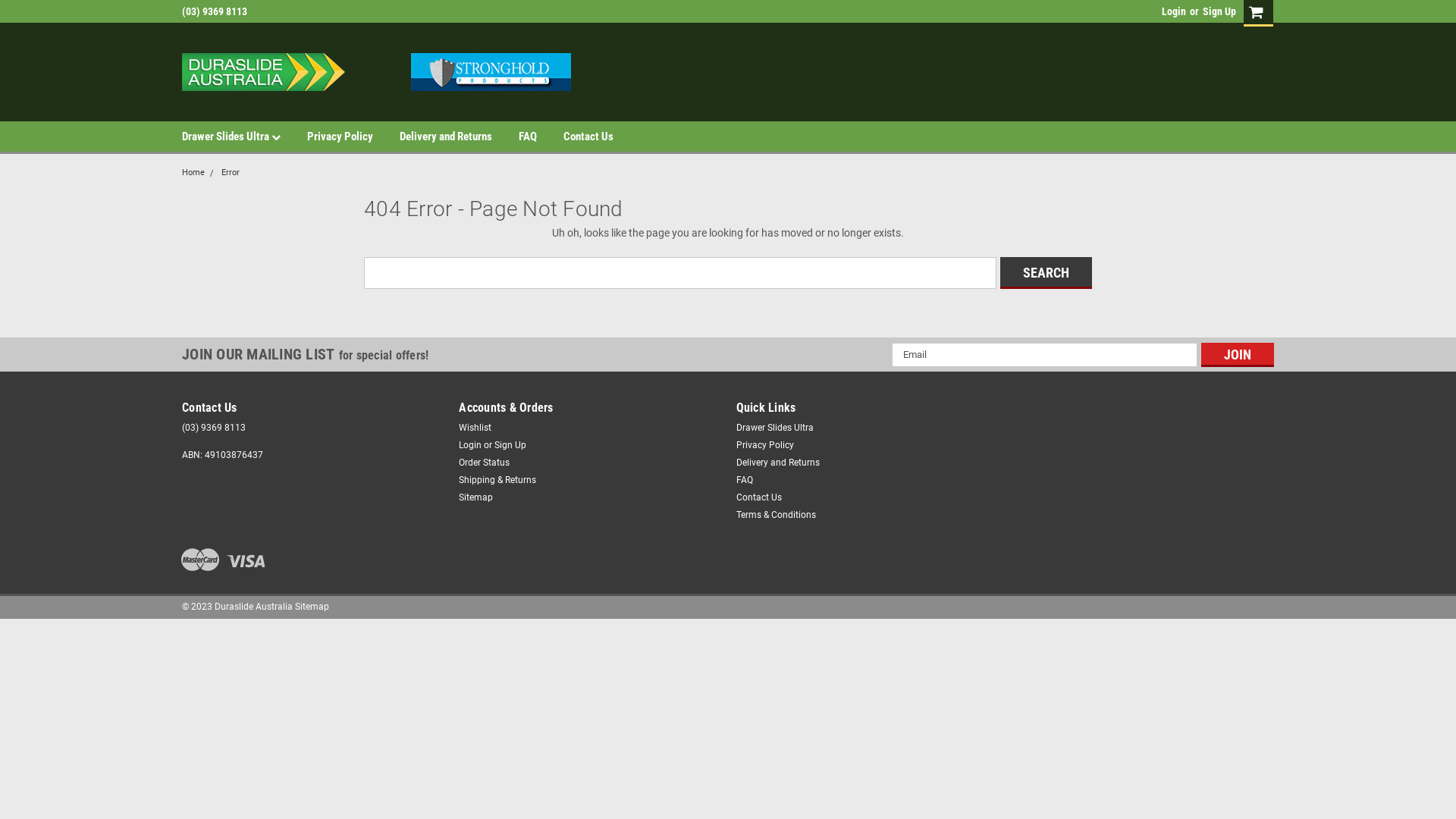  What do you see at coordinates (244, 136) in the screenshot?
I see `'Drawer Slides Ultra'` at bounding box center [244, 136].